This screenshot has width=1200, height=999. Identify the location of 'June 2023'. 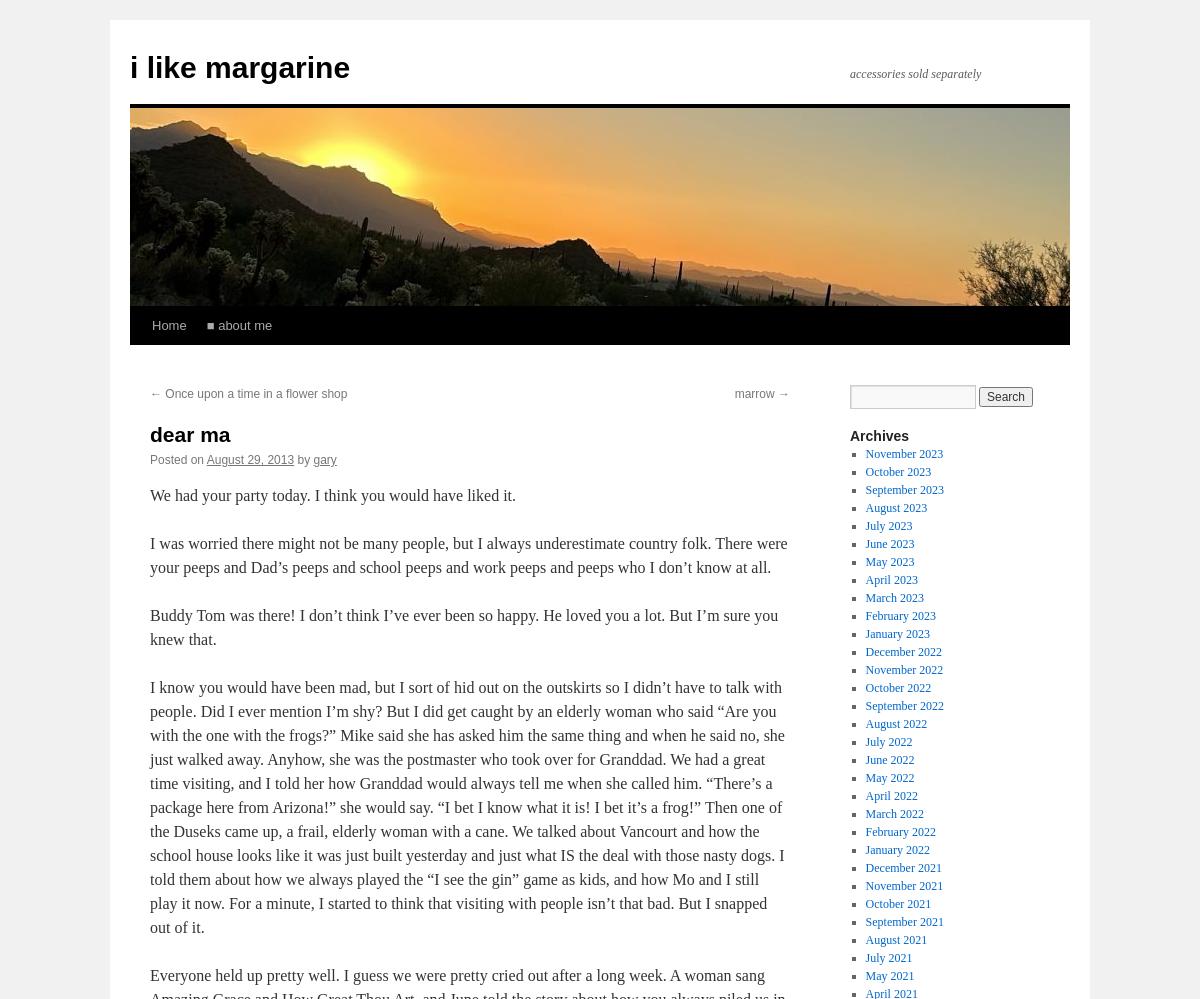
(863, 542).